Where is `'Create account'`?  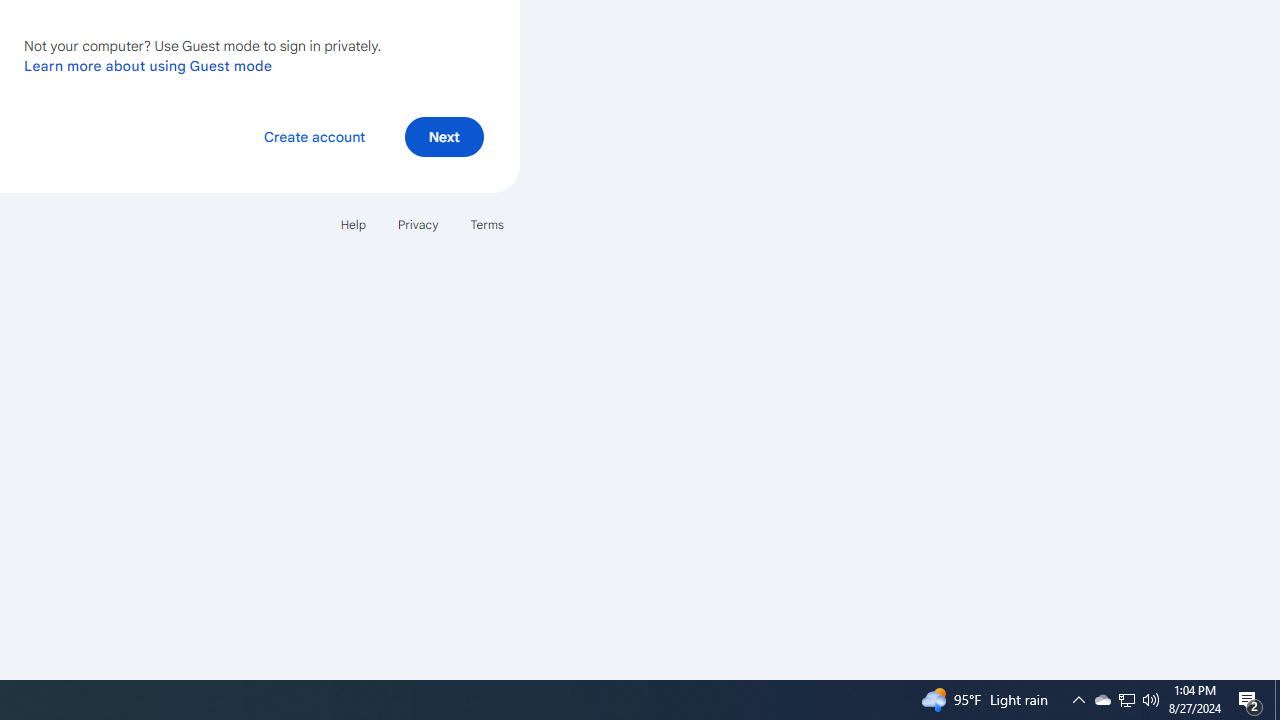
'Create account' is located at coordinates (313, 135).